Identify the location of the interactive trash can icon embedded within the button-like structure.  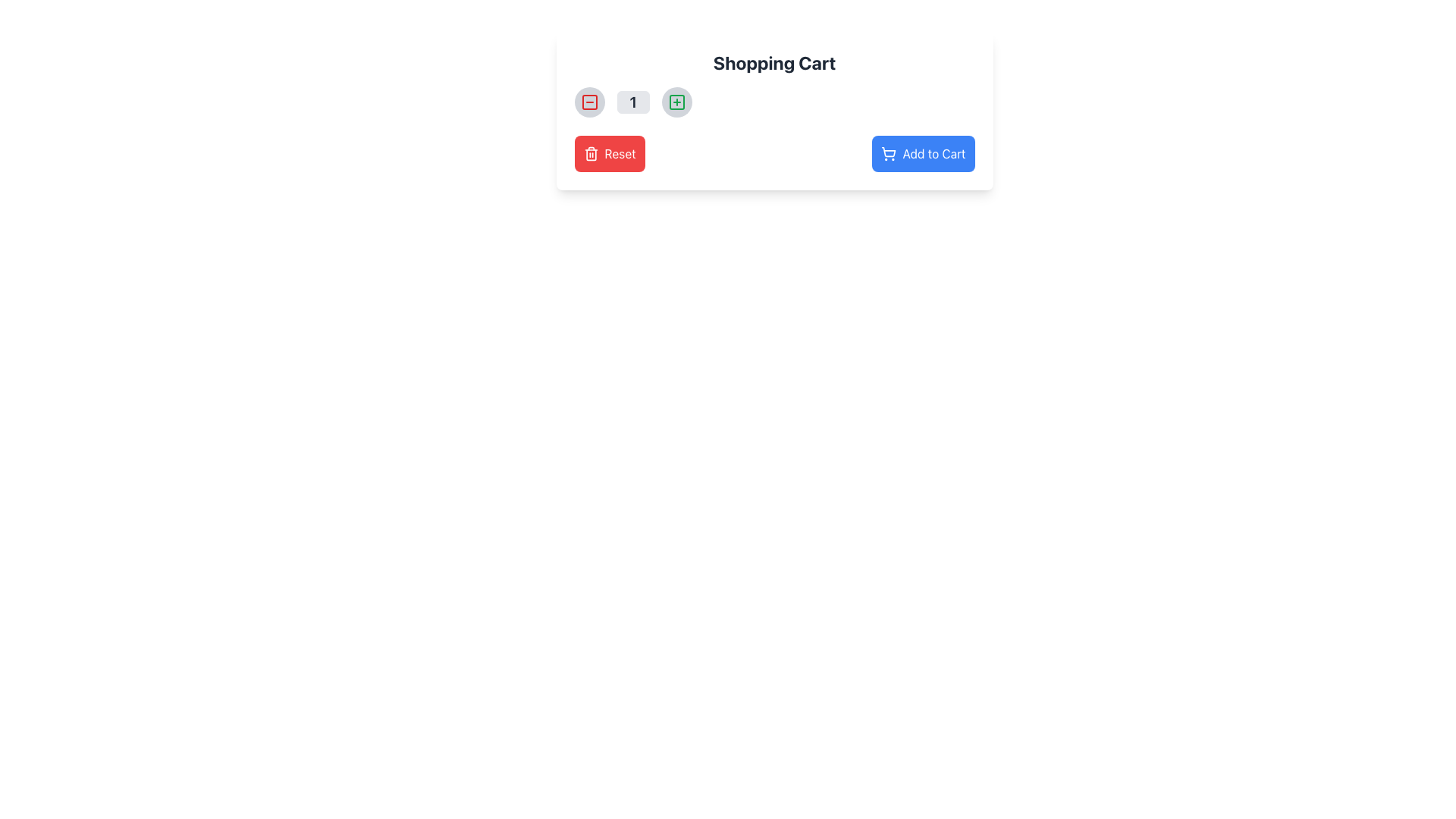
(590, 155).